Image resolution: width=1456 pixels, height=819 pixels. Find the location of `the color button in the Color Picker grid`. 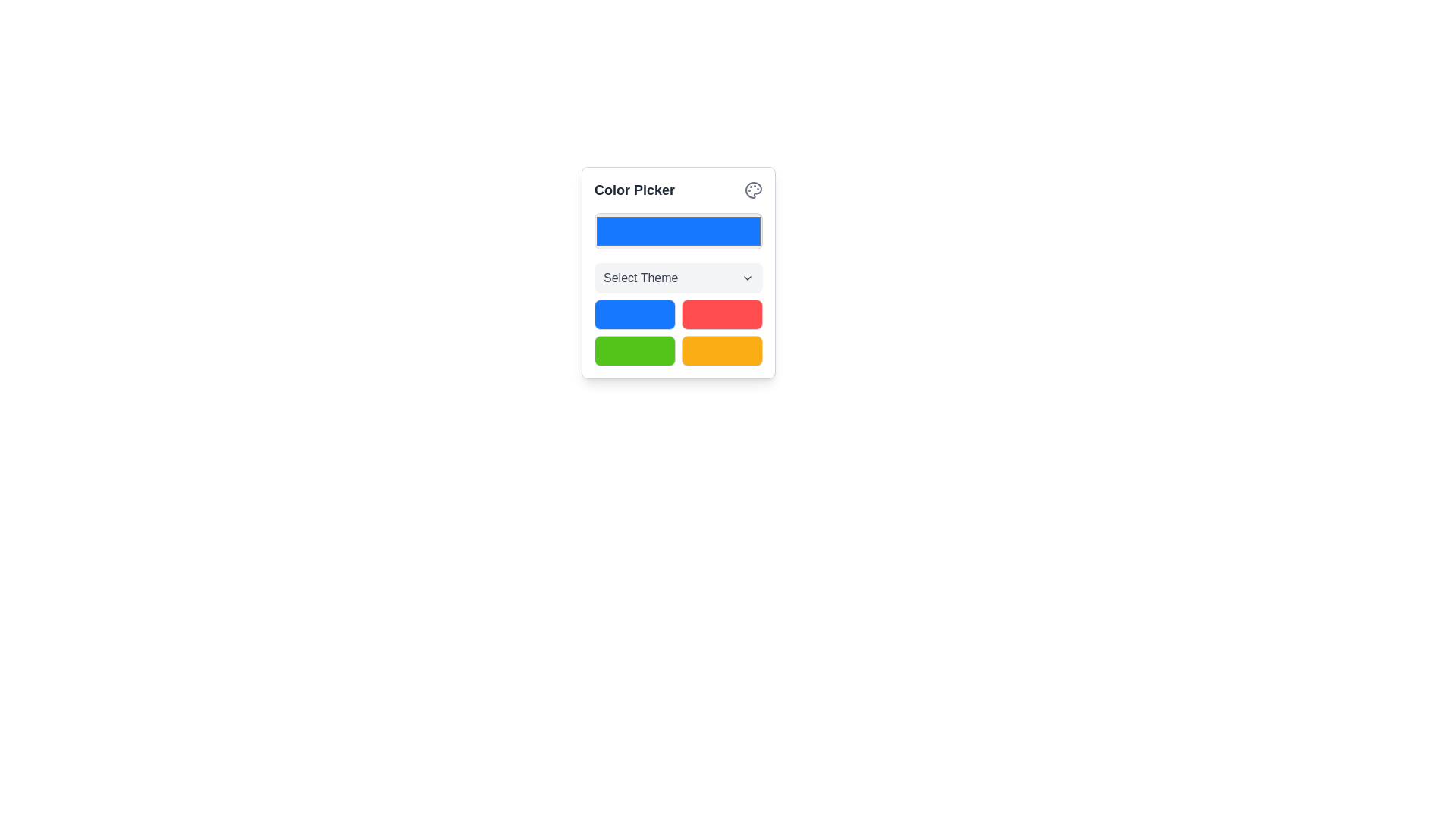

the color button in the Color Picker grid is located at coordinates (677, 332).